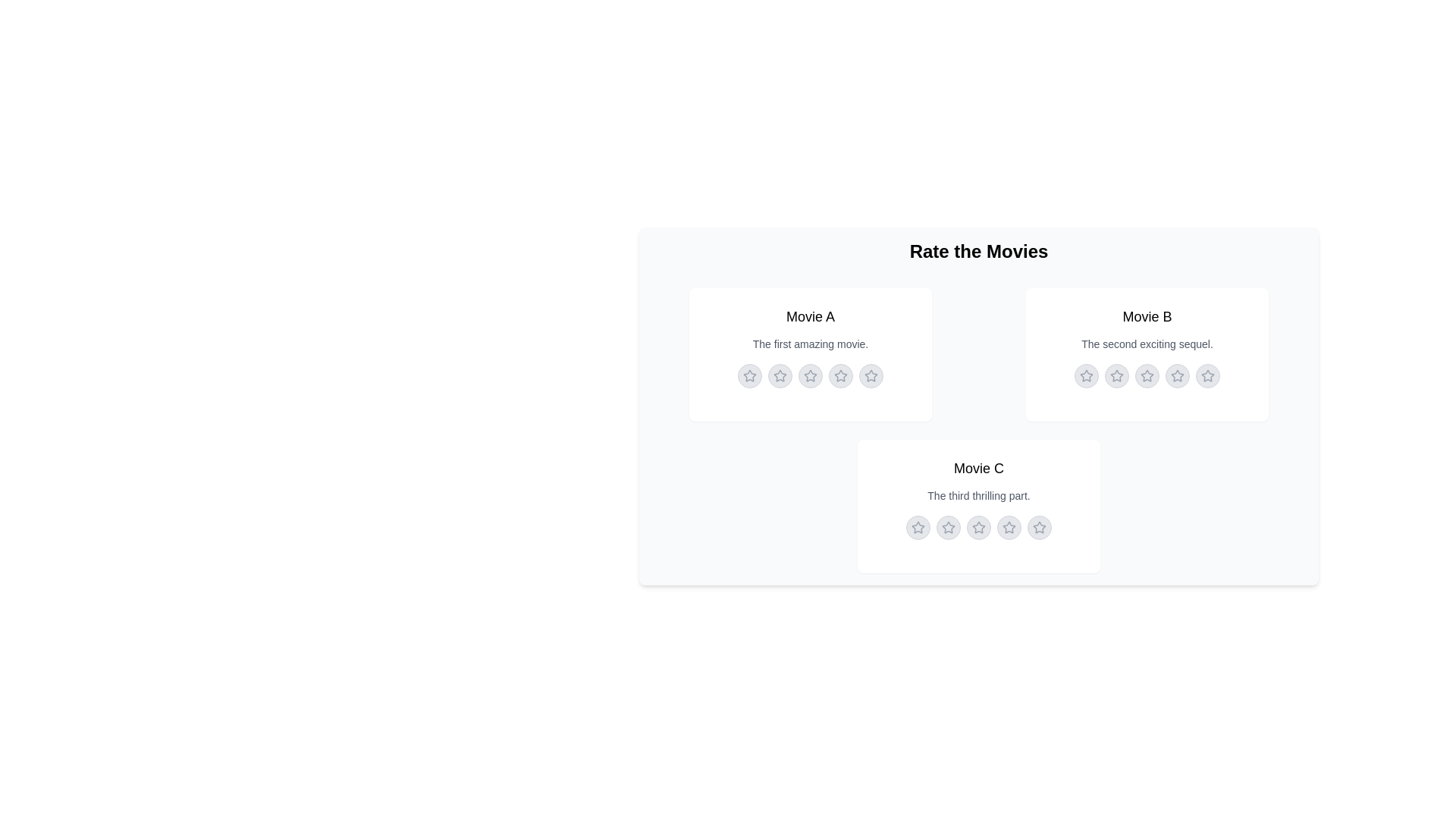 The height and width of the screenshot is (819, 1456). Describe the element at coordinates (948, 526) in the screenshot. I see `the first star icon in the rating system for 'Movie C', which is located within a circular button in the 'Rate the Movies' interface` at that location.